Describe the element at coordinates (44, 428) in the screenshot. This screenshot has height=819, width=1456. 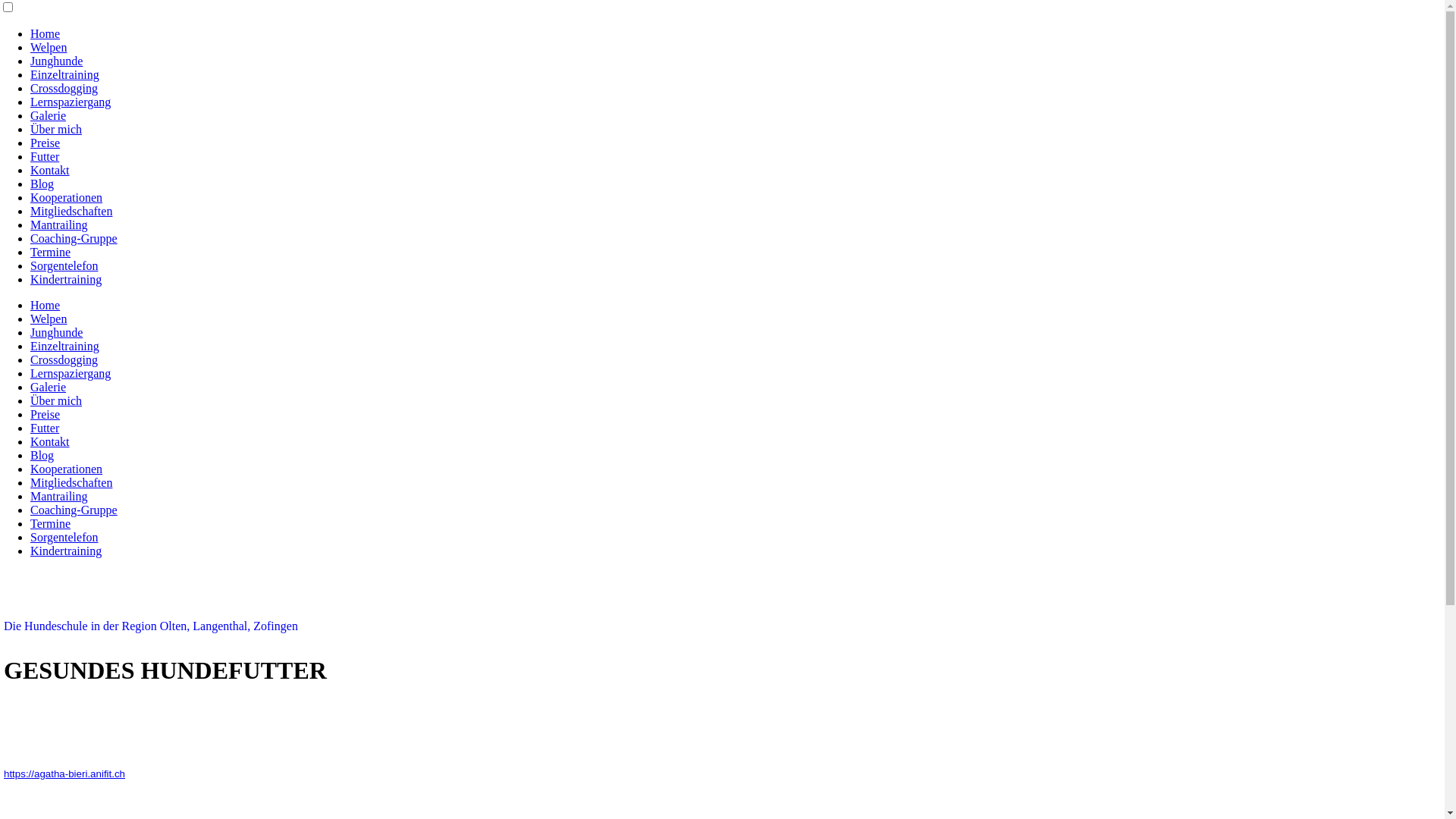
I see `'Futter'` at that location.